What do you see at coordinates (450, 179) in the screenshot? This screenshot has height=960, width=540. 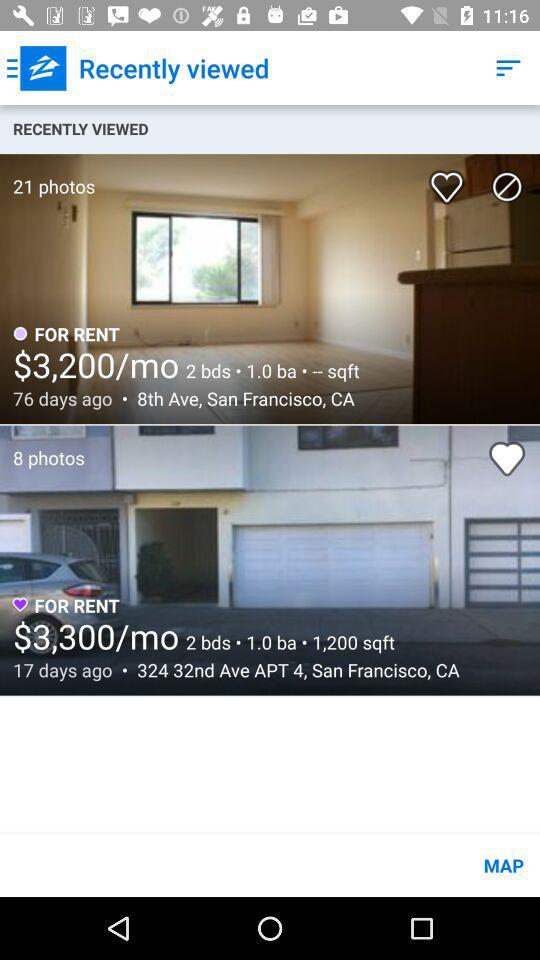 I see `the icon to the right of 21 photos` at bounding box center [450, 179].